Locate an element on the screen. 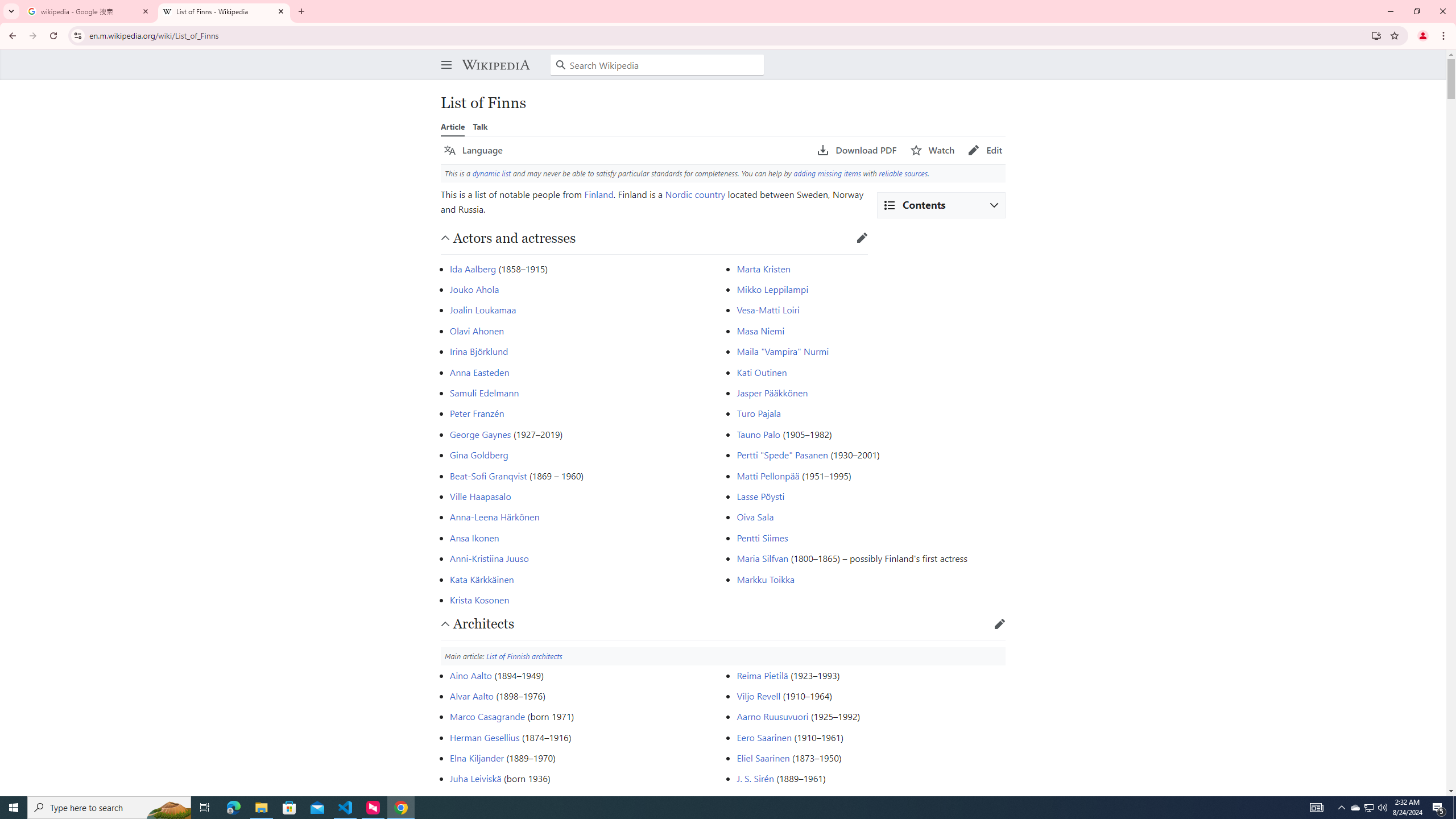 The image size is (1456, 819). 'Vesa-Matti Loiri' is located at coordinates (767, 309).